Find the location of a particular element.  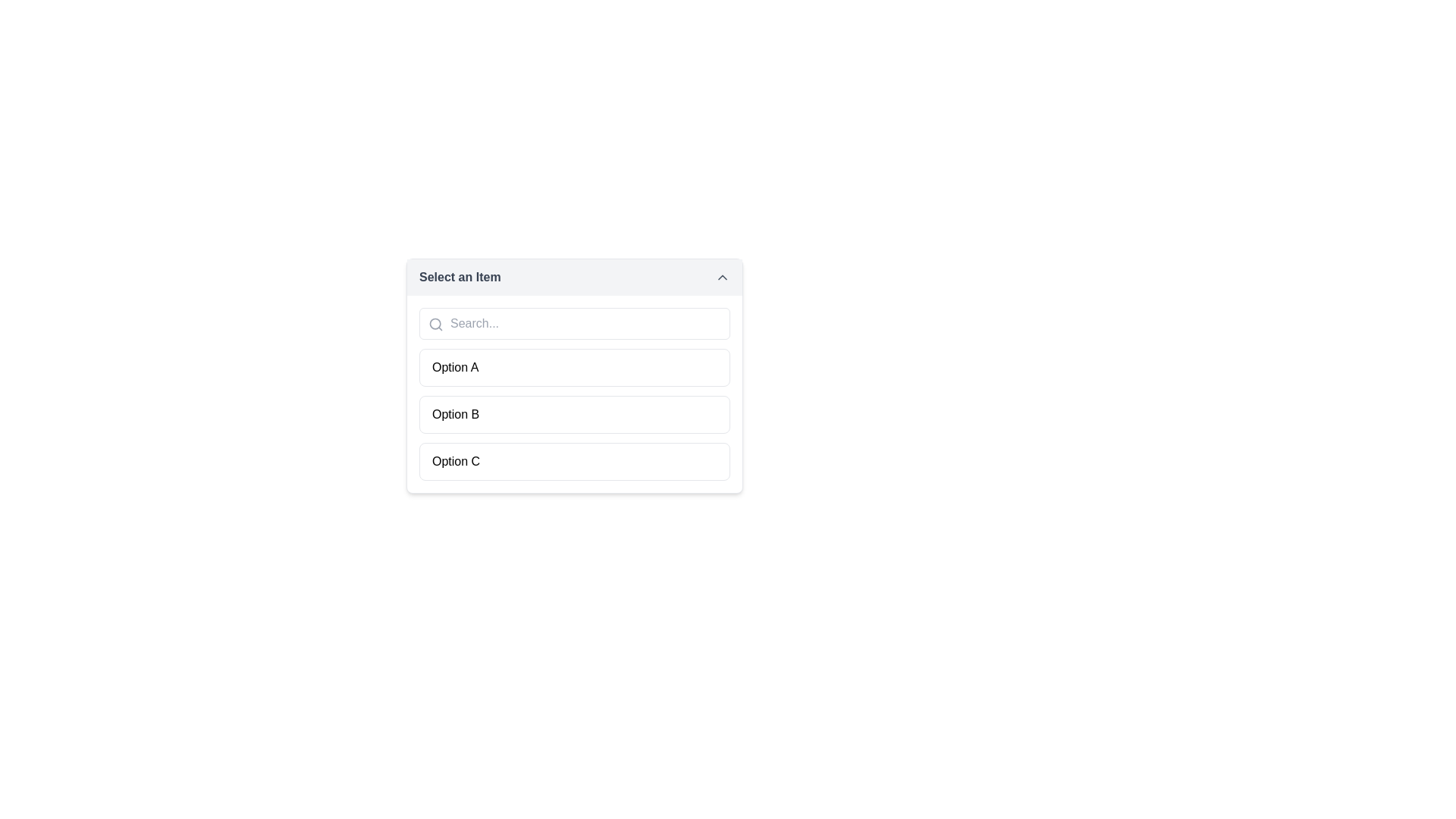

the text label element that reads 'Option C', which is styled with black text on a white background and is the last item in a vertically ordered list of selectable items is located at coordinates (455, 461).